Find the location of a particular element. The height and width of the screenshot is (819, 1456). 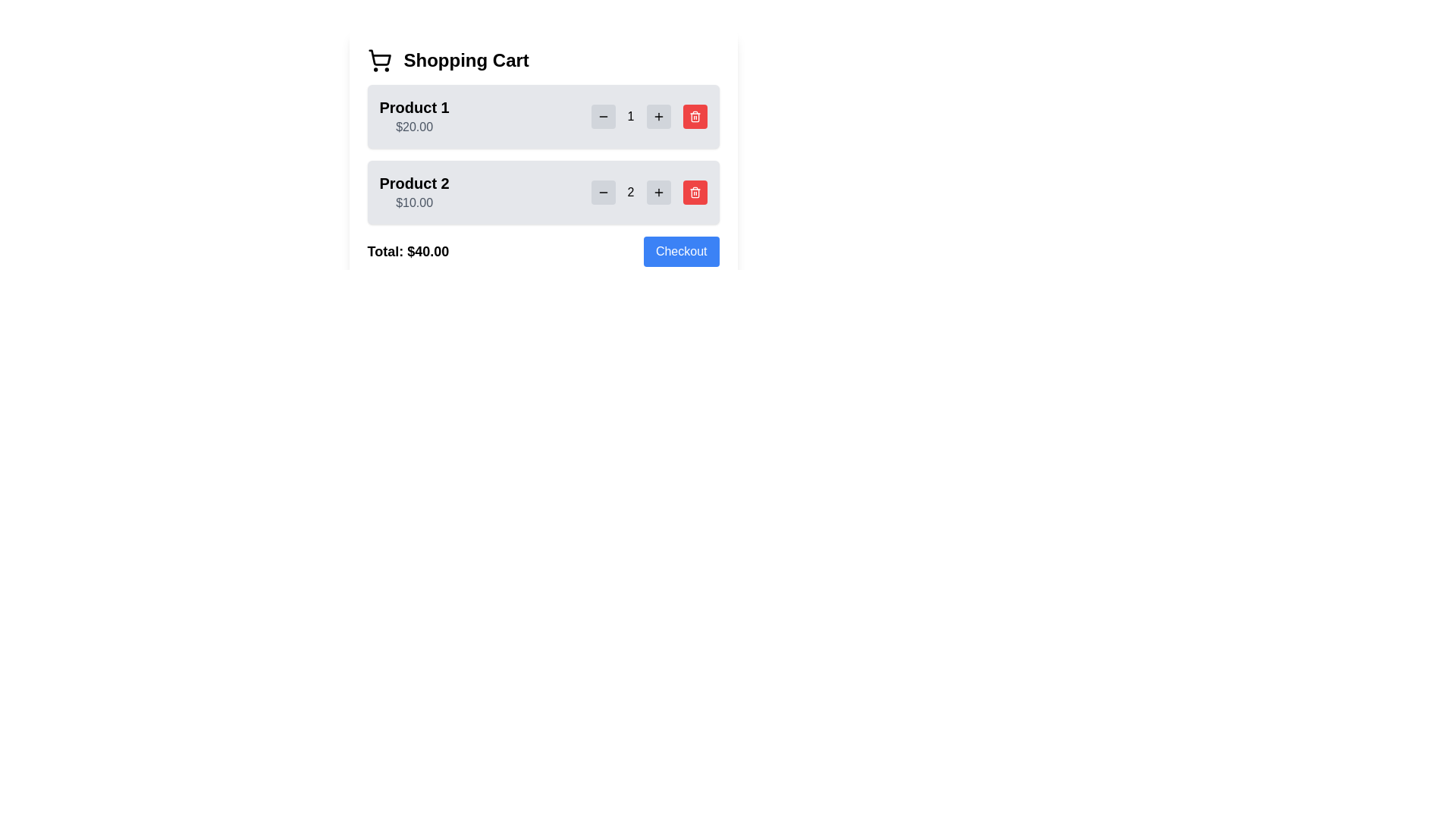

the product card representing a product in the shopping cart, which displays the product's name, price, and quantity controls is located at coordinates (543, 192).